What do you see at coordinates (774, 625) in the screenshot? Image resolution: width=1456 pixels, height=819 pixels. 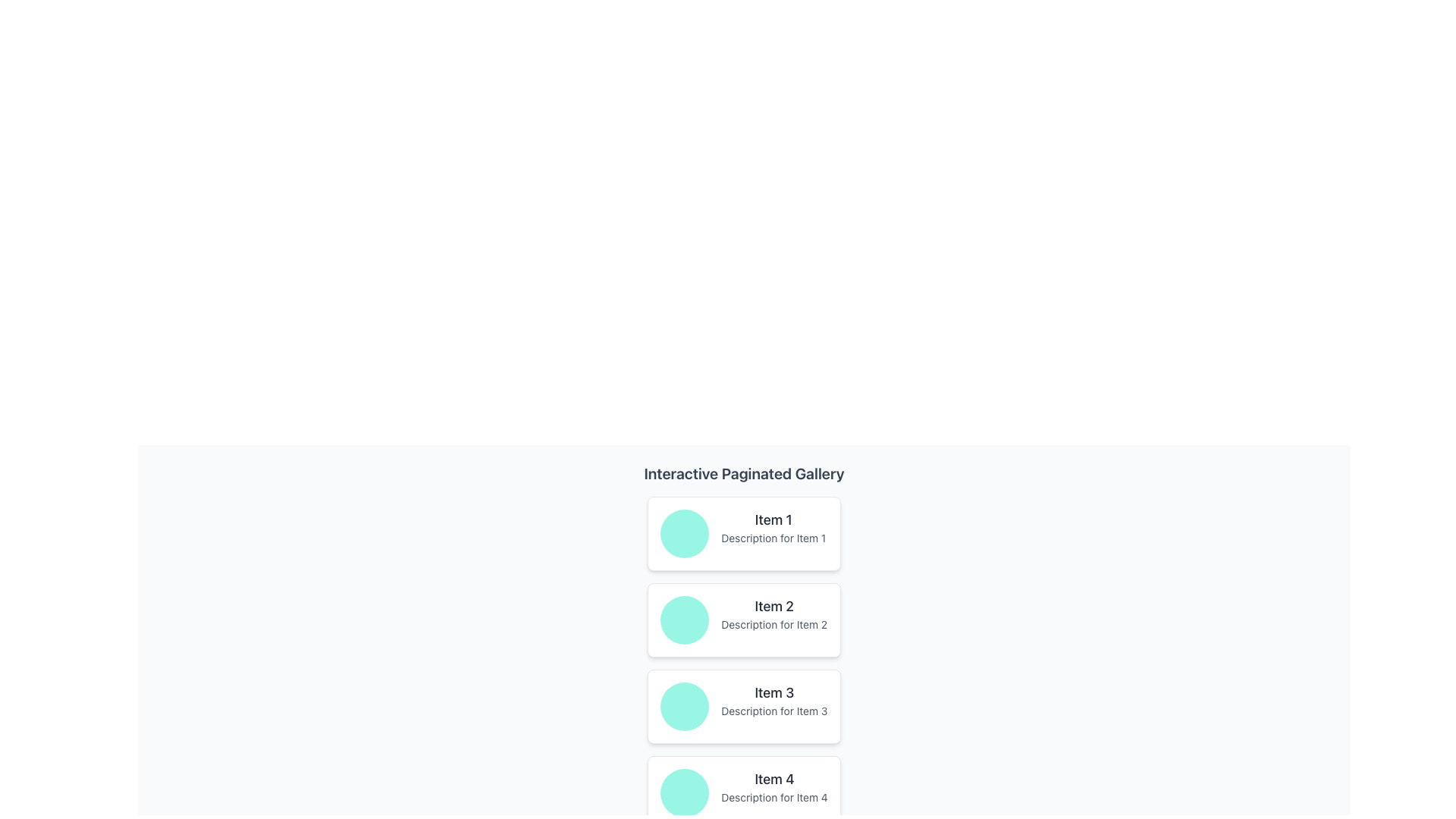 I see `the text label that provides a descriptive subtitle for 'Item 2', located directly below the title in the second item card of the vertically stacked list` at bounding box center [774, 625].